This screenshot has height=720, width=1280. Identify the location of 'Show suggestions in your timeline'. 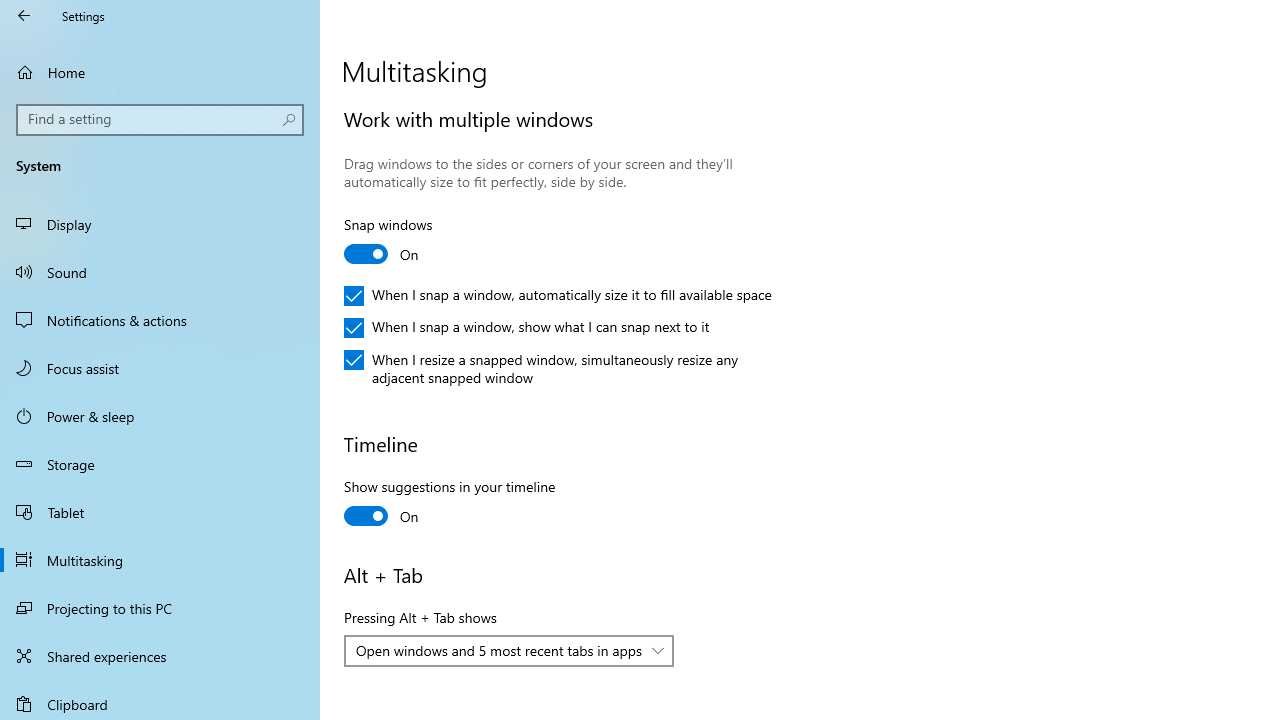
(448, 503).